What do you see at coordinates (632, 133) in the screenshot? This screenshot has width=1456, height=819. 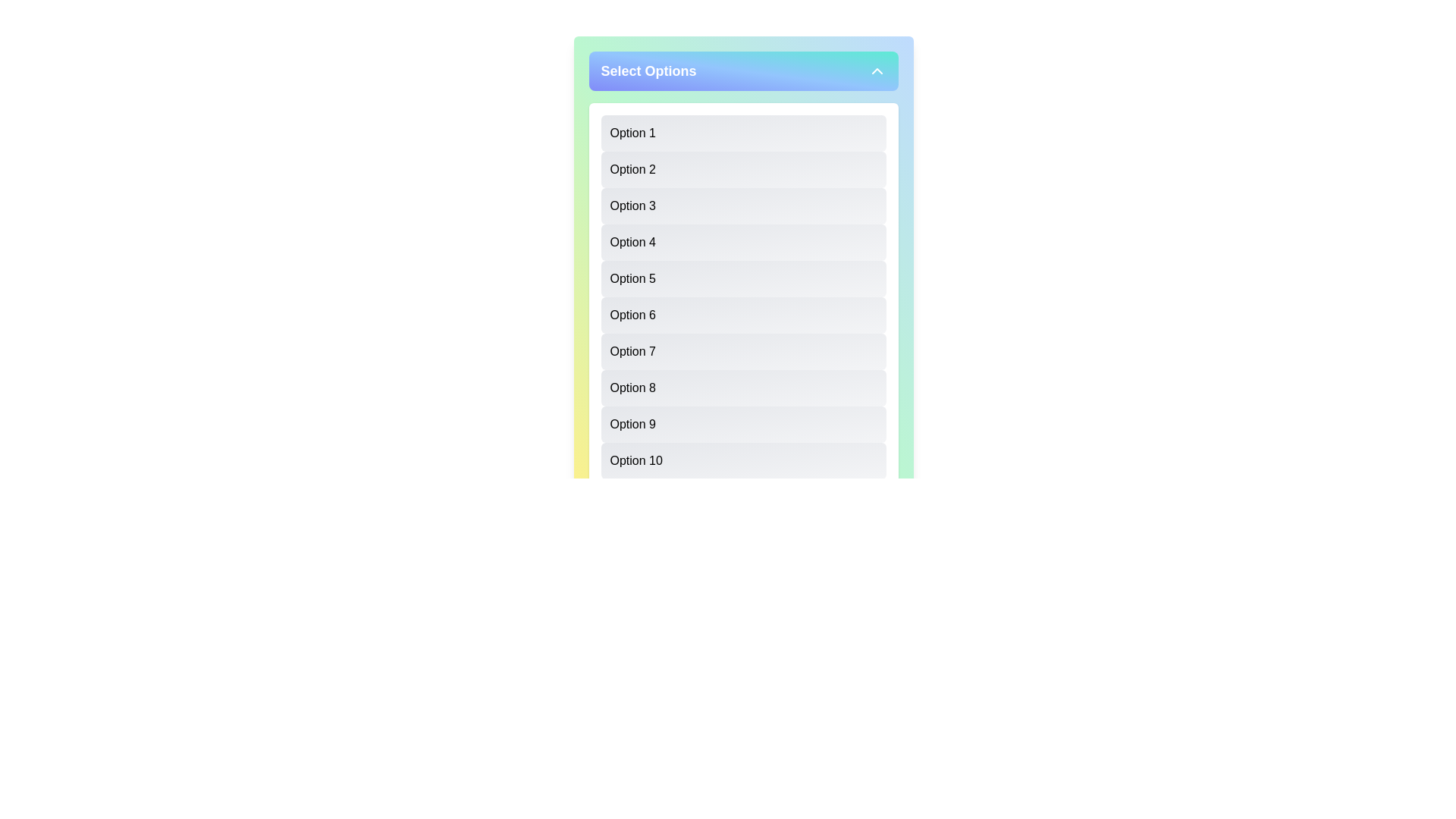 I see `the text content of the topmost option labeled 'Option 1' in the dropdown list under 'Select Options'` at bounding box center [632, 133].